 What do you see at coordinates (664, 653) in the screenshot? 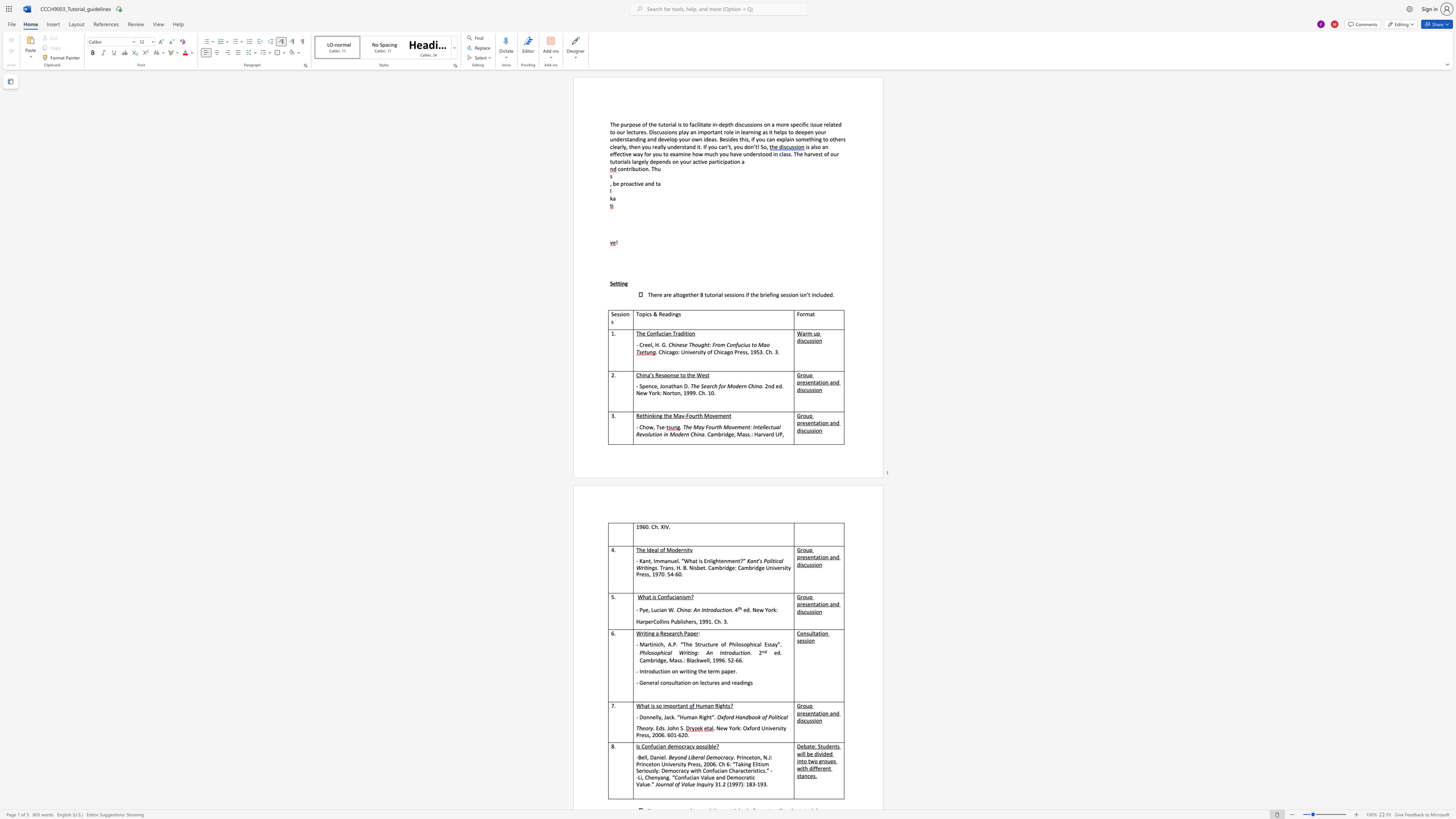
I see `the subset text "cal Writin" within the text "Philosophical Writing: An Introduction"` at bounding box center [664, 653].